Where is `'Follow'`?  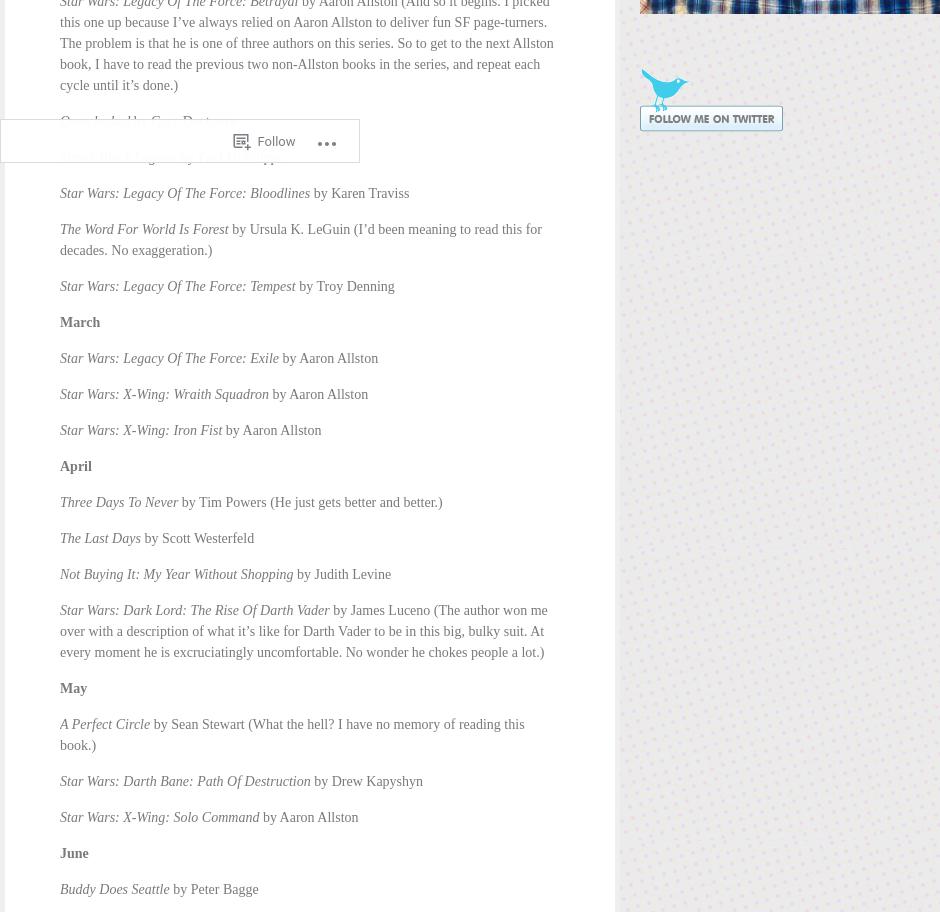
'Follow' is located at coordinates (256, 65).